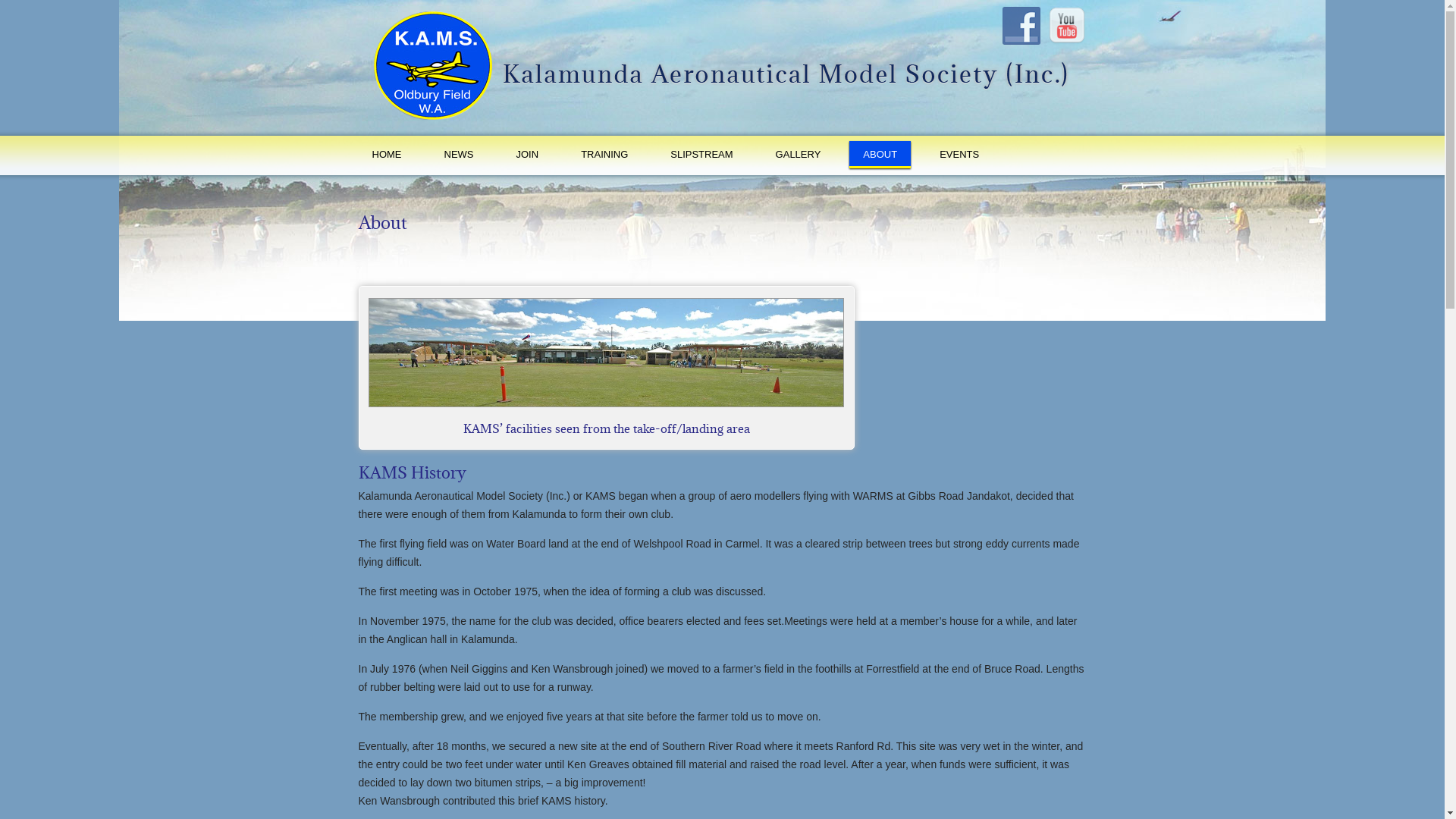 This screenshot has height=819, width=1456. I want to click on 'JOIN', so click(527, 155).